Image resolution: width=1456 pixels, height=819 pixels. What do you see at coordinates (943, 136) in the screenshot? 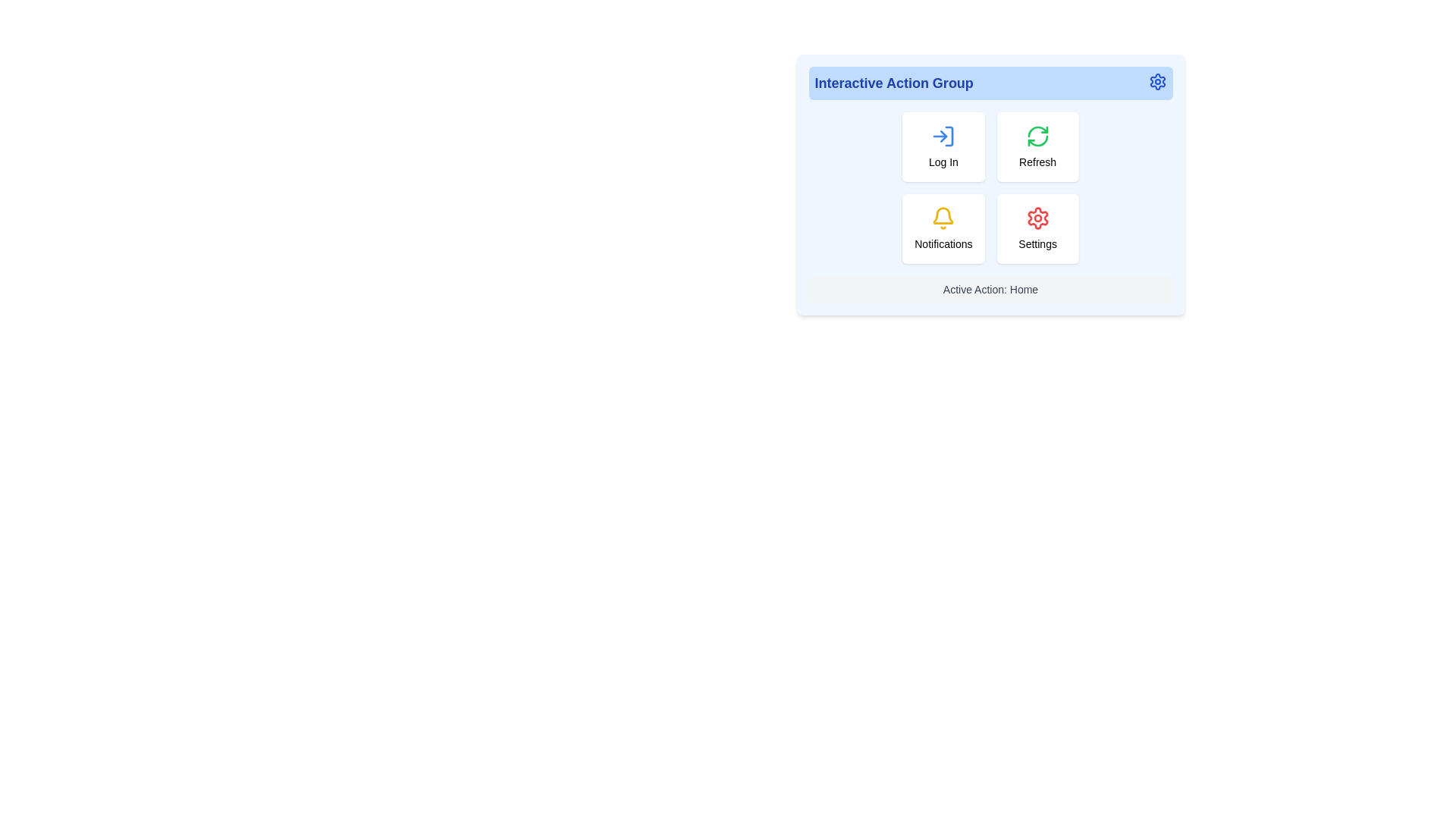
I see `'log in' icon, which features a blue arrow pointing right and a partial outline of a door, positioned in the upper left corner of the 'Interactive Action Group' section above the 'Log In' text` at bounding box center [943, 136].